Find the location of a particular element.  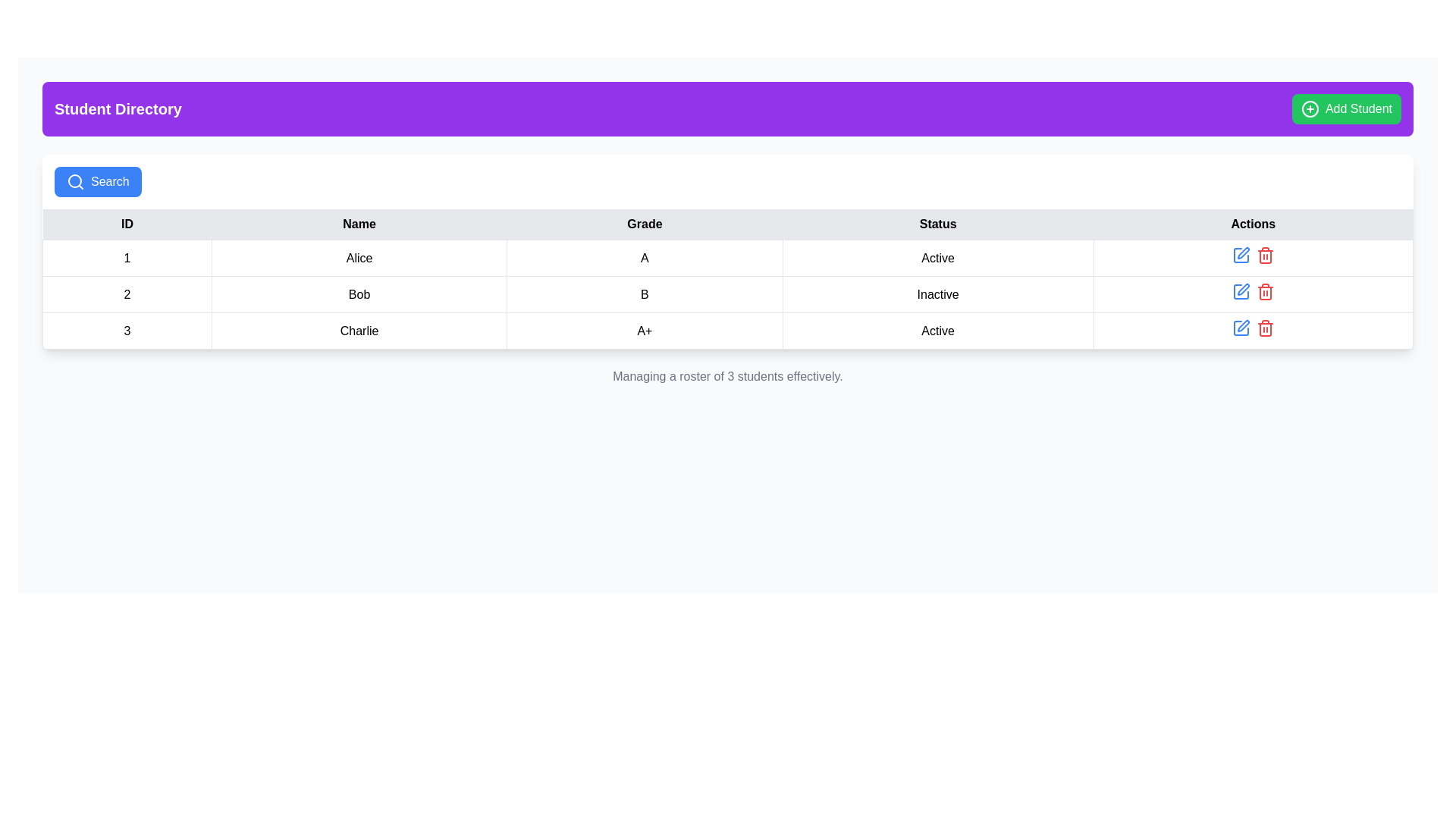

the icon button resembling a pen drawing a square, located in the 'Actions' column of the third row in the table under 'Student Directory' is located at coordinates (1243, 325).